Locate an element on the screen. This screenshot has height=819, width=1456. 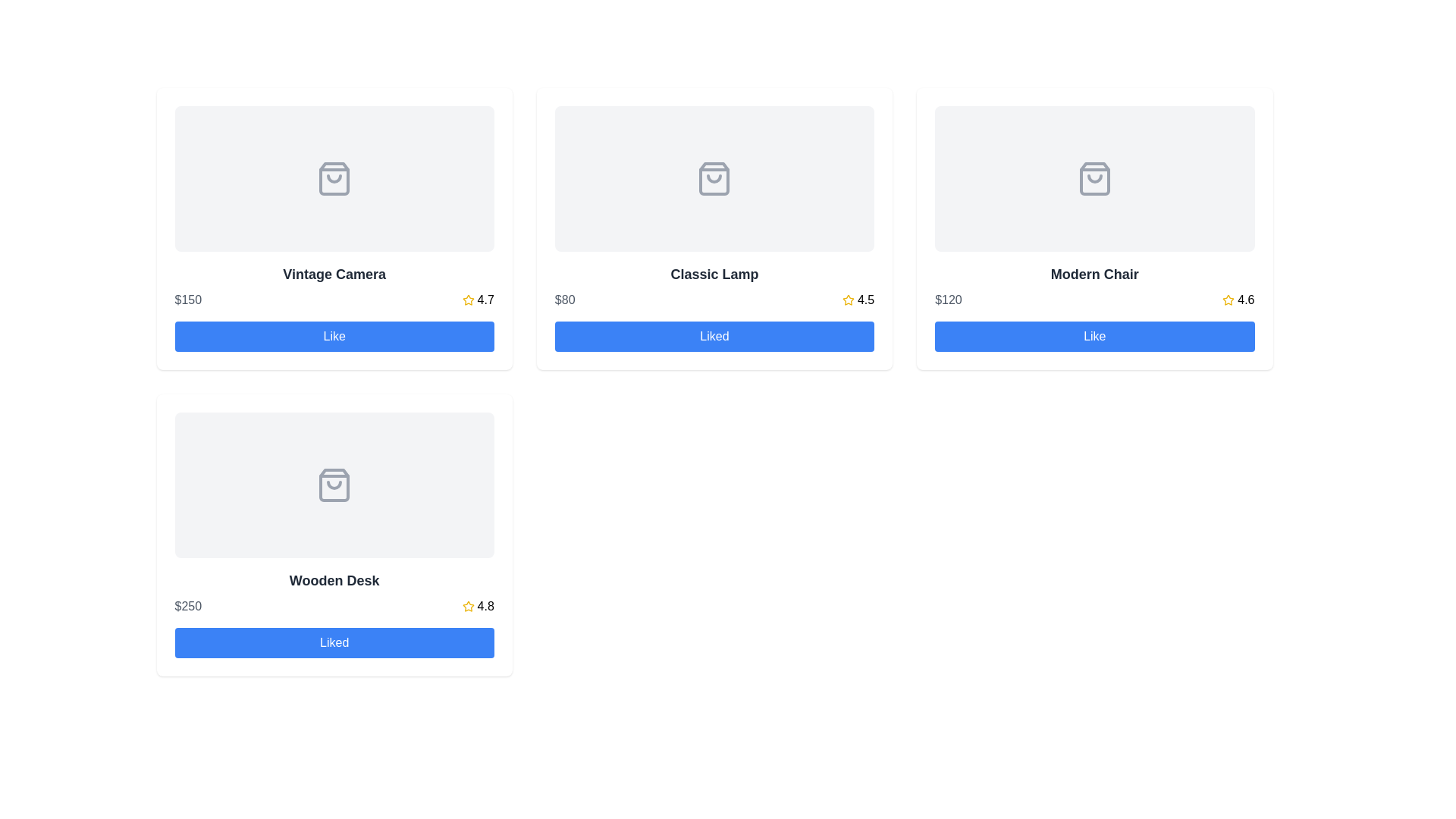
the second product card in the grid layout is located at coordinates (714, 228).